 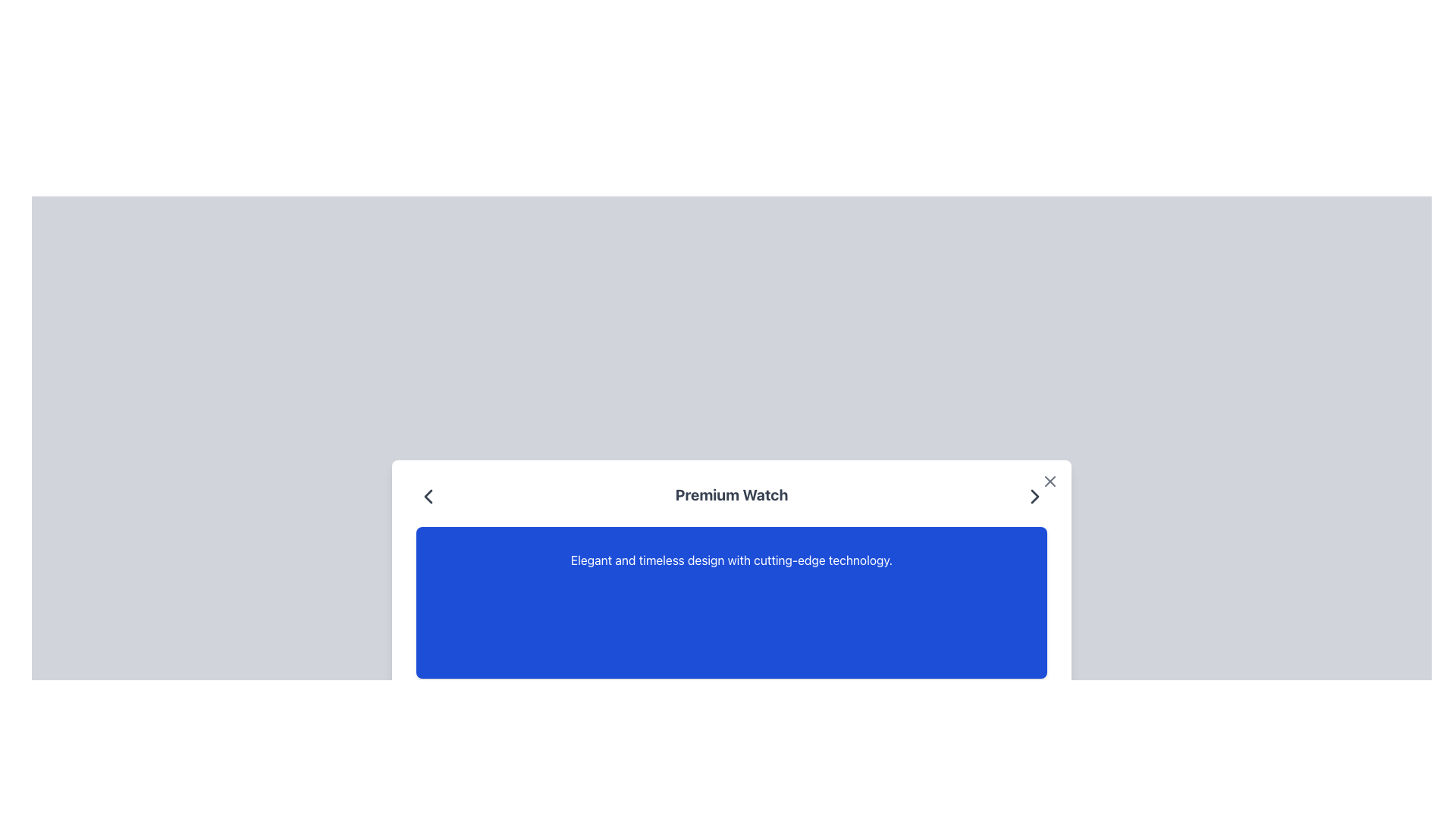 What do you see at coordinates (1034, 497) in the screenshot?
I see `the right-pointing chevron icon (vector icon) located beneath the close (X) button in the top-right section of the modal window` at bounding box center [1034, 497].